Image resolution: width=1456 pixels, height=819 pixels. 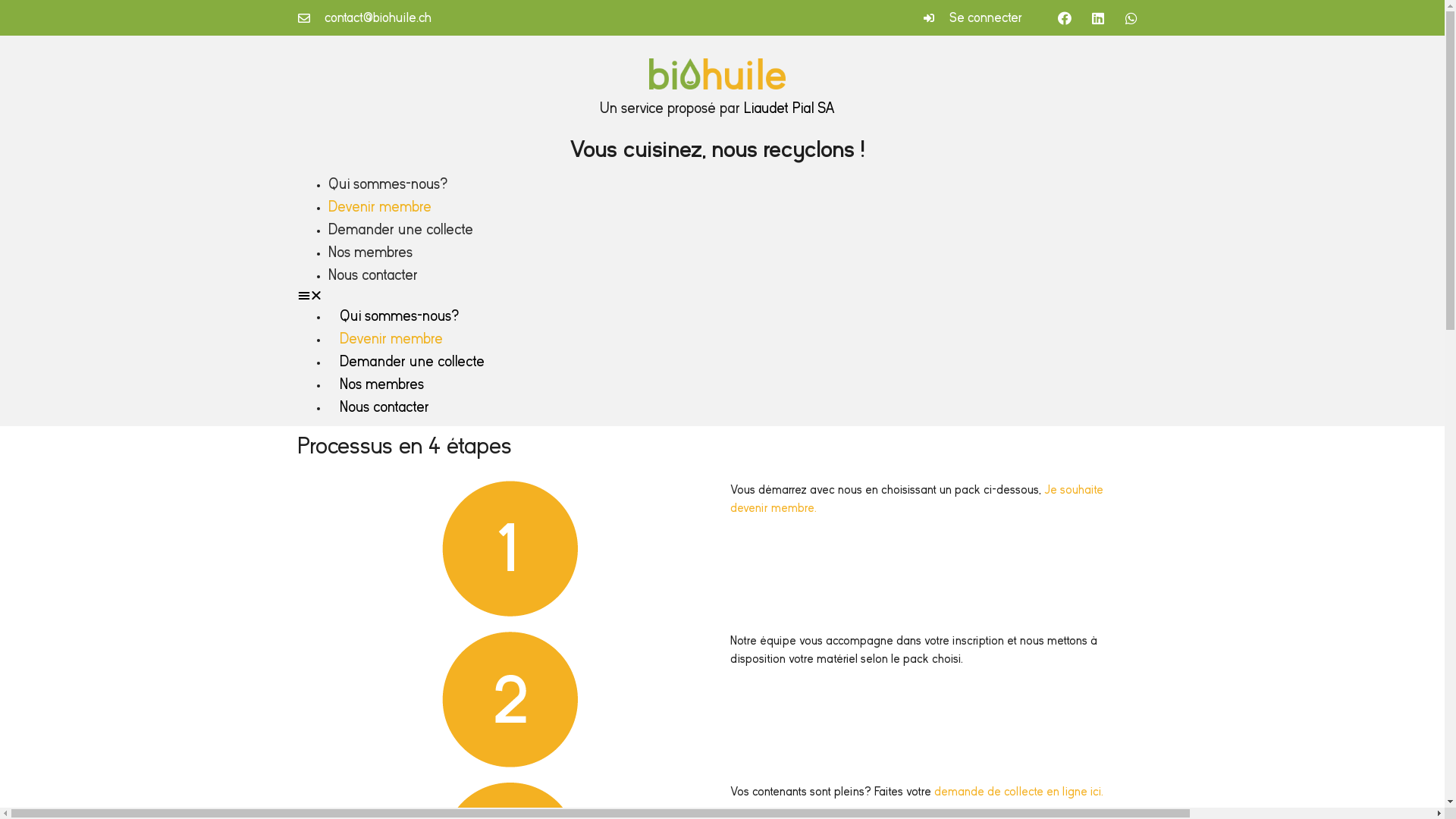 I want to click on 'Demander une collecte', so click(x=411, y=361).